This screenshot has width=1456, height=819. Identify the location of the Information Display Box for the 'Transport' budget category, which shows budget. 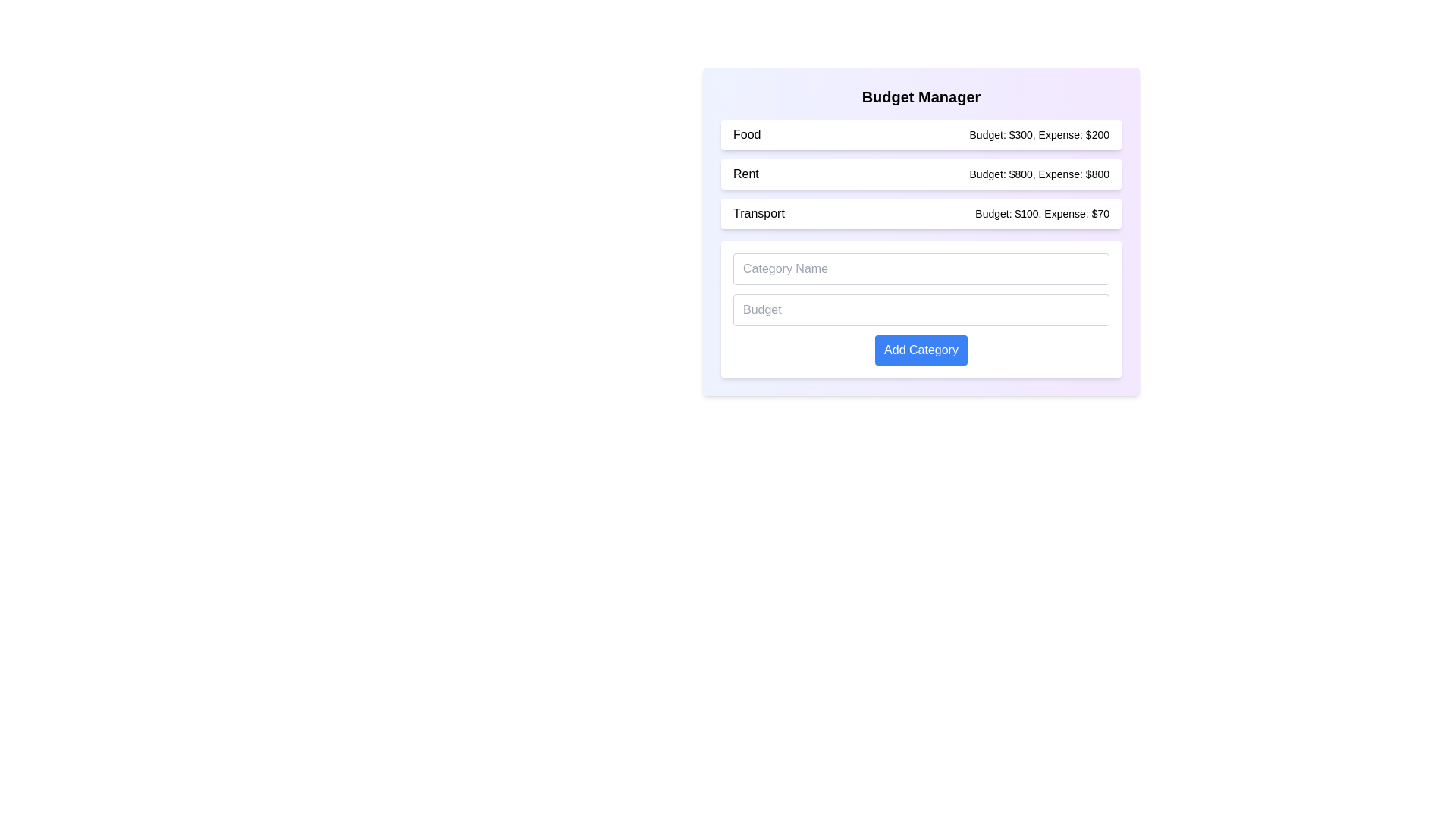
(920, 213).